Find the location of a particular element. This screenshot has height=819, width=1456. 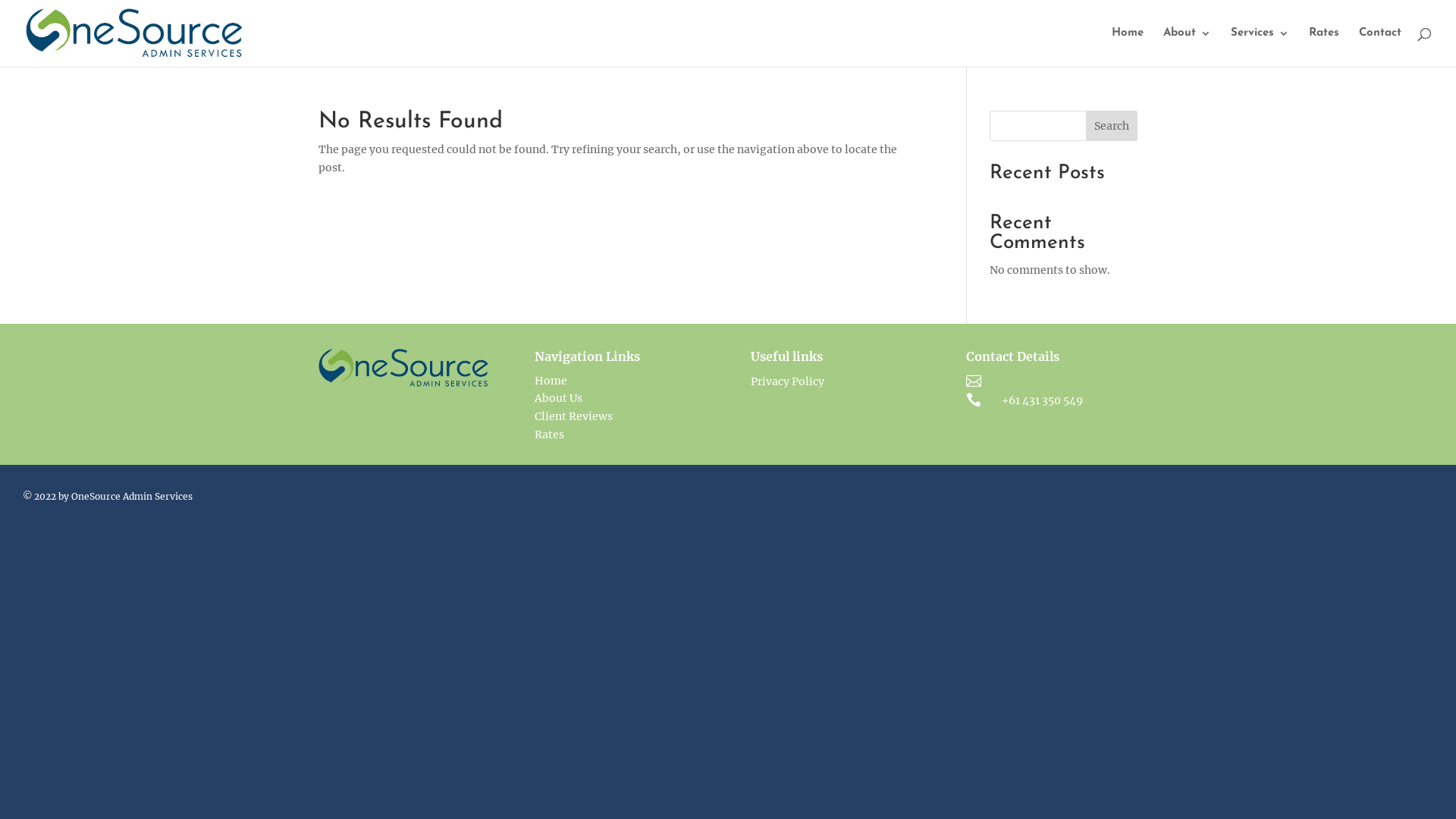

'Contact' is located at coordinates (1379, 46).